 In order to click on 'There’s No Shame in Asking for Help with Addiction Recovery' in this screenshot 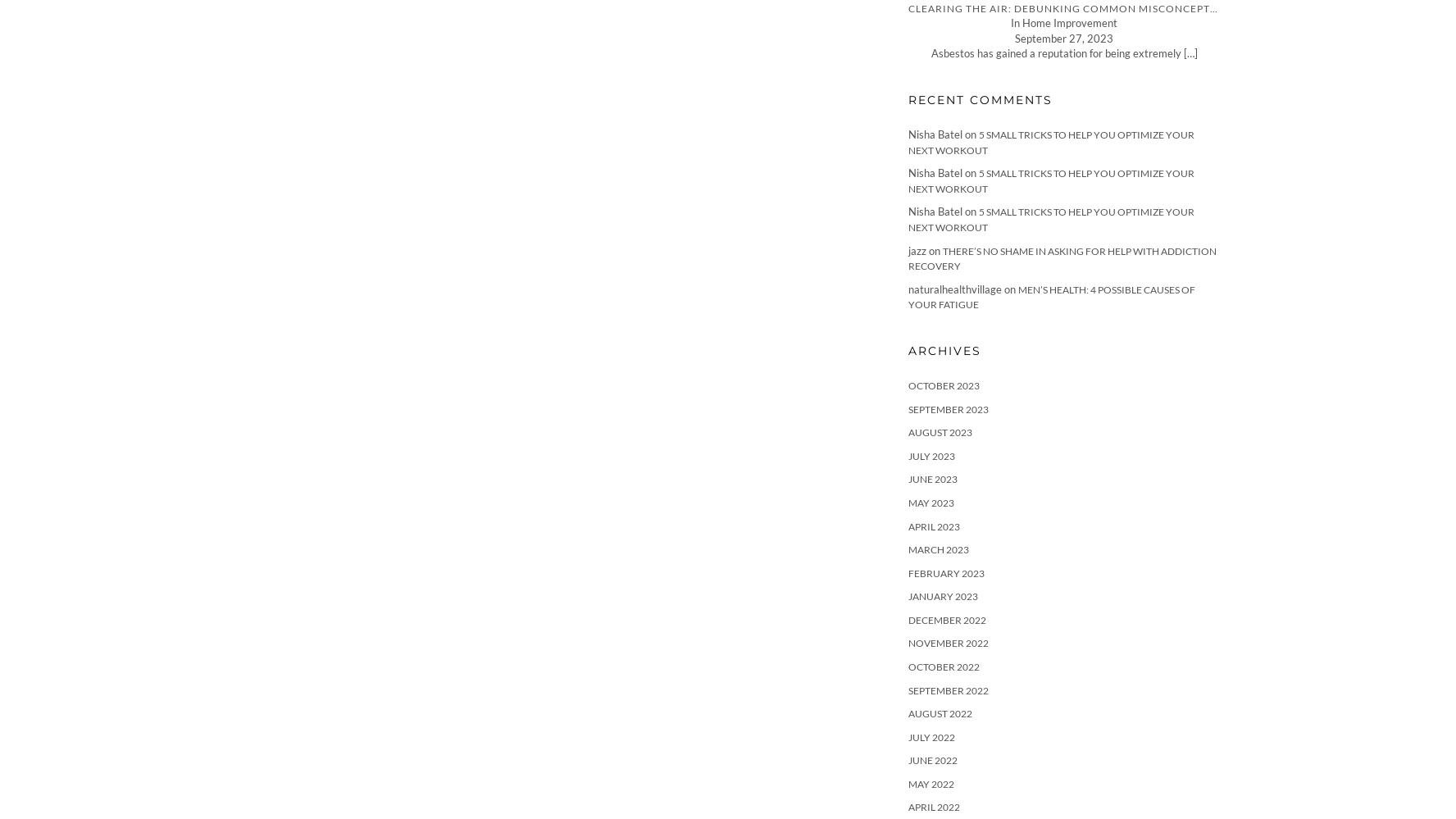, I will do `click(1062, 257)`.